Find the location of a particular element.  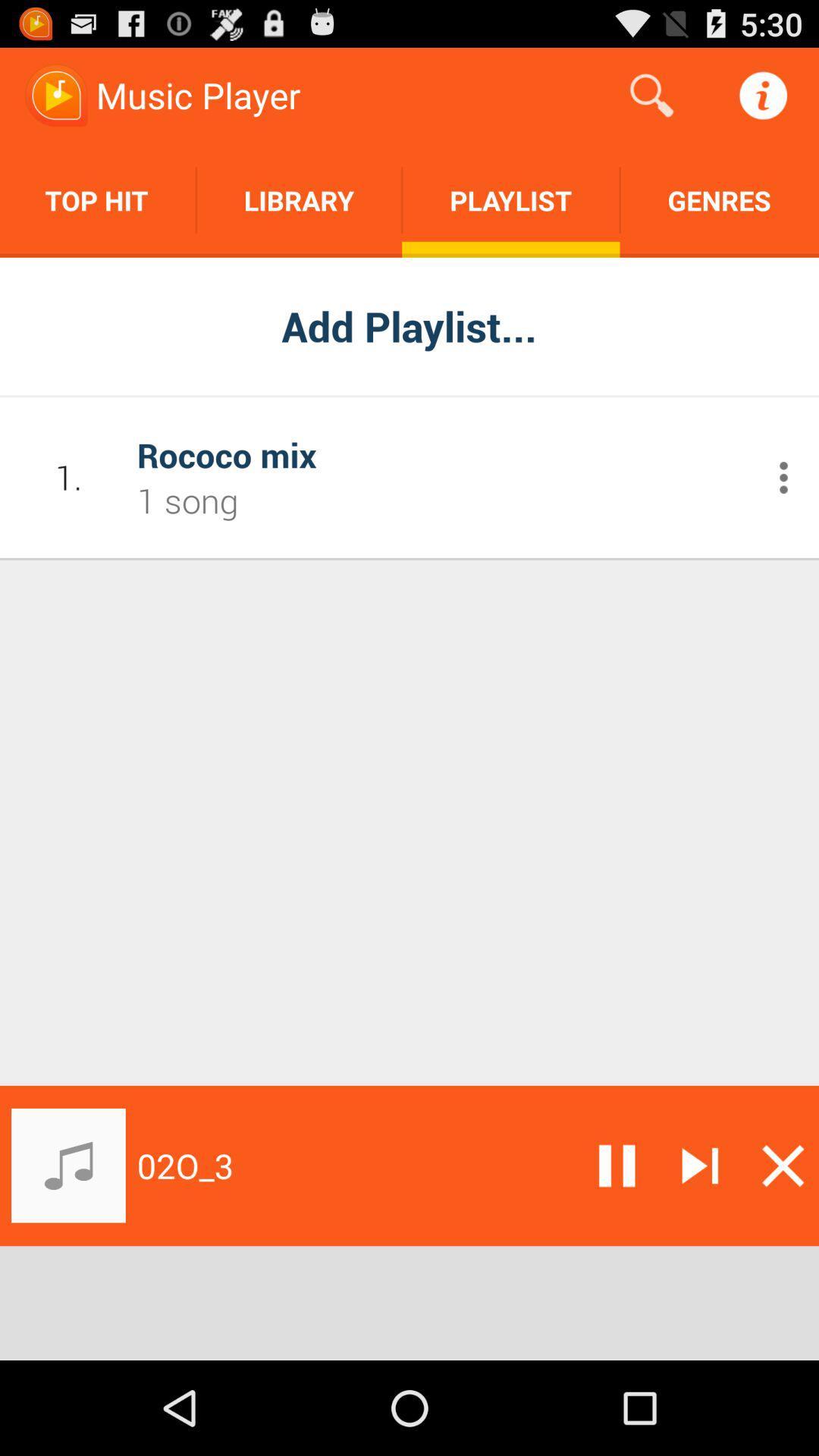

pause music is located at coordinates (617, 1165).